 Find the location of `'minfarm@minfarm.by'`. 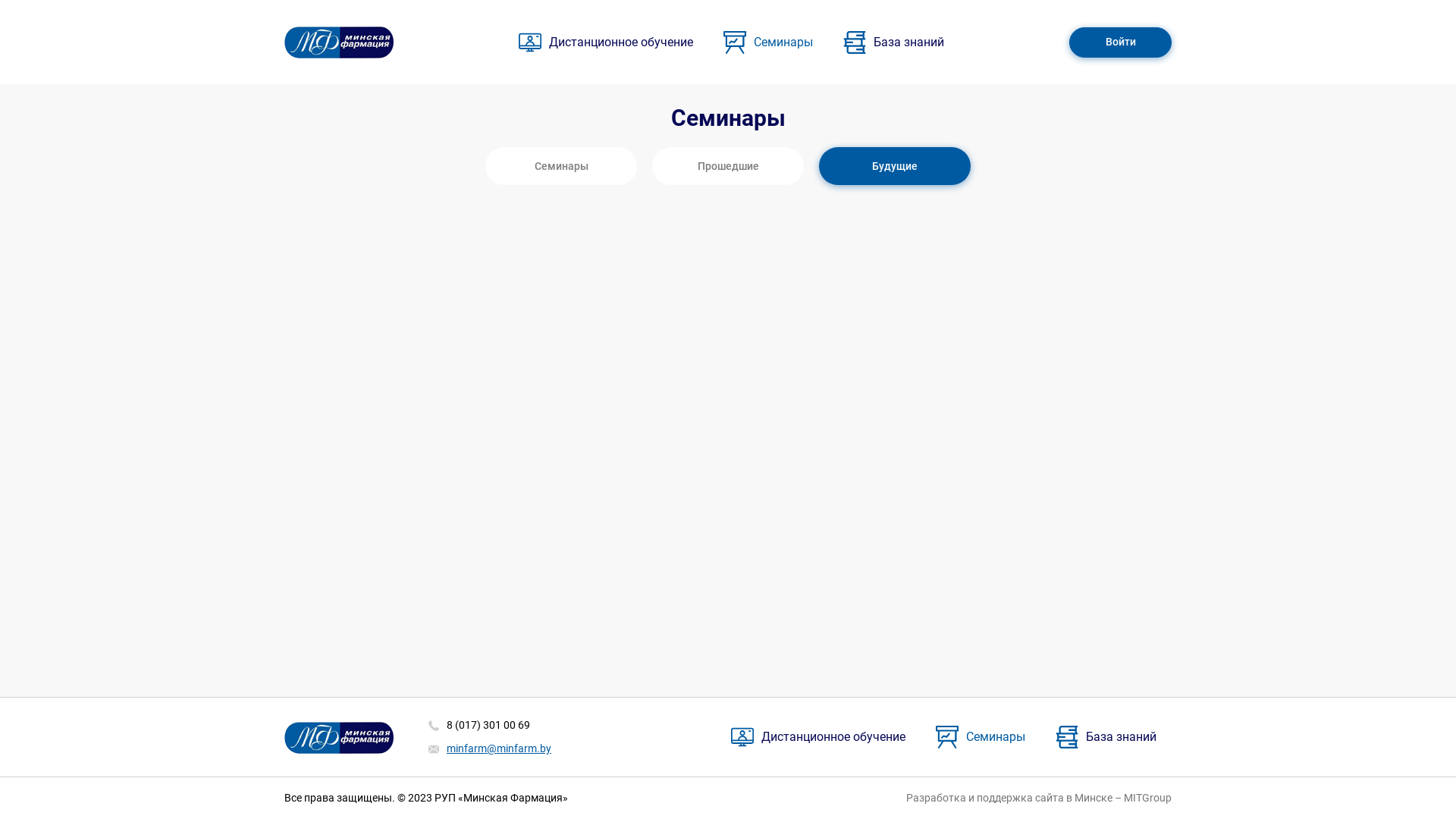

'minfarm@minfarm.by' is located at coordinates (498, 748).